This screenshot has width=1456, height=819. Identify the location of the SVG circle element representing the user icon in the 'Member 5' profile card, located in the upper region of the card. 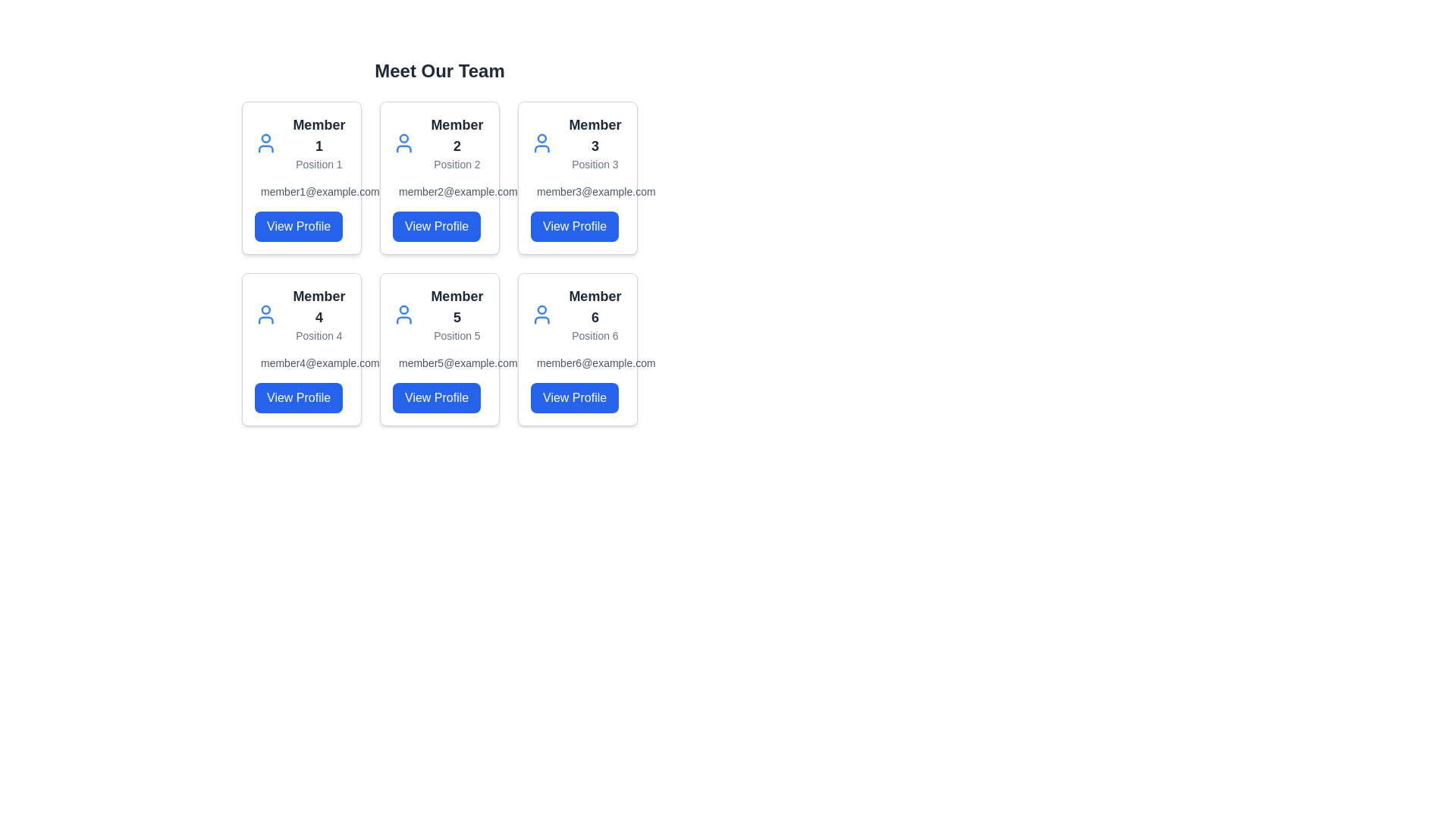
(403, 309).